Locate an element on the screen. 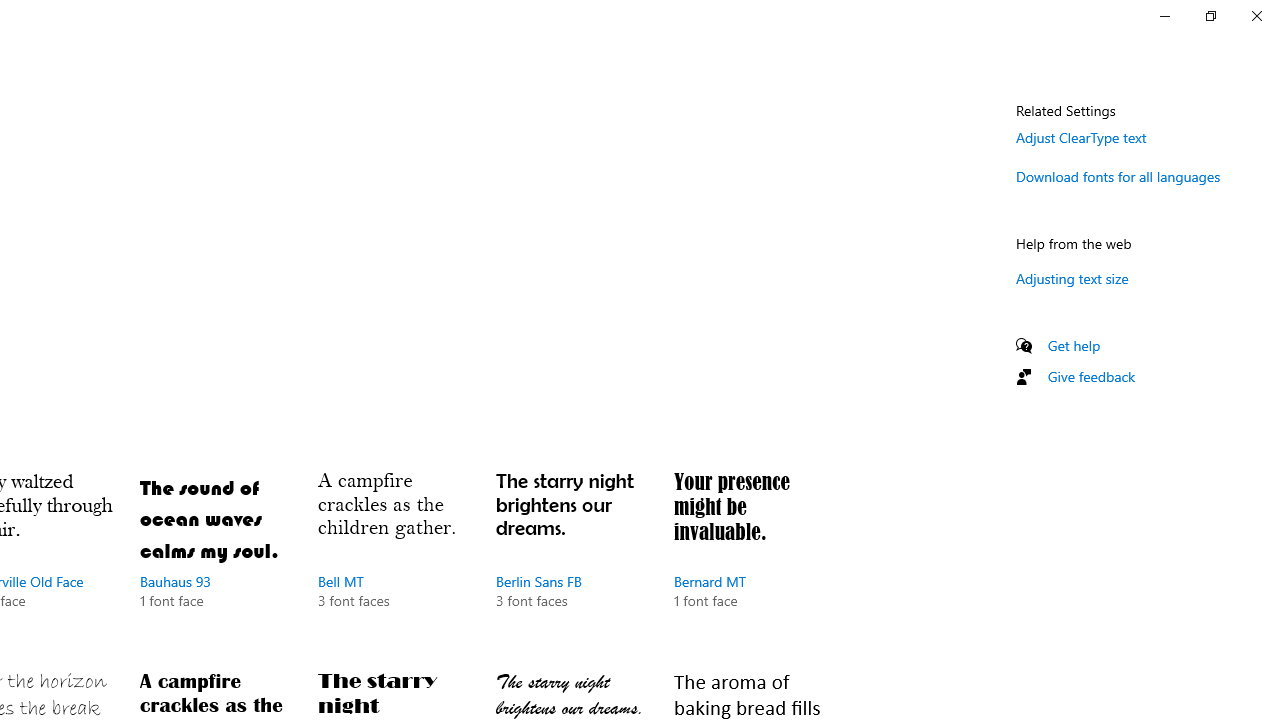  'Bell MT, 3 font faces' is located at coordinates (392, 560).